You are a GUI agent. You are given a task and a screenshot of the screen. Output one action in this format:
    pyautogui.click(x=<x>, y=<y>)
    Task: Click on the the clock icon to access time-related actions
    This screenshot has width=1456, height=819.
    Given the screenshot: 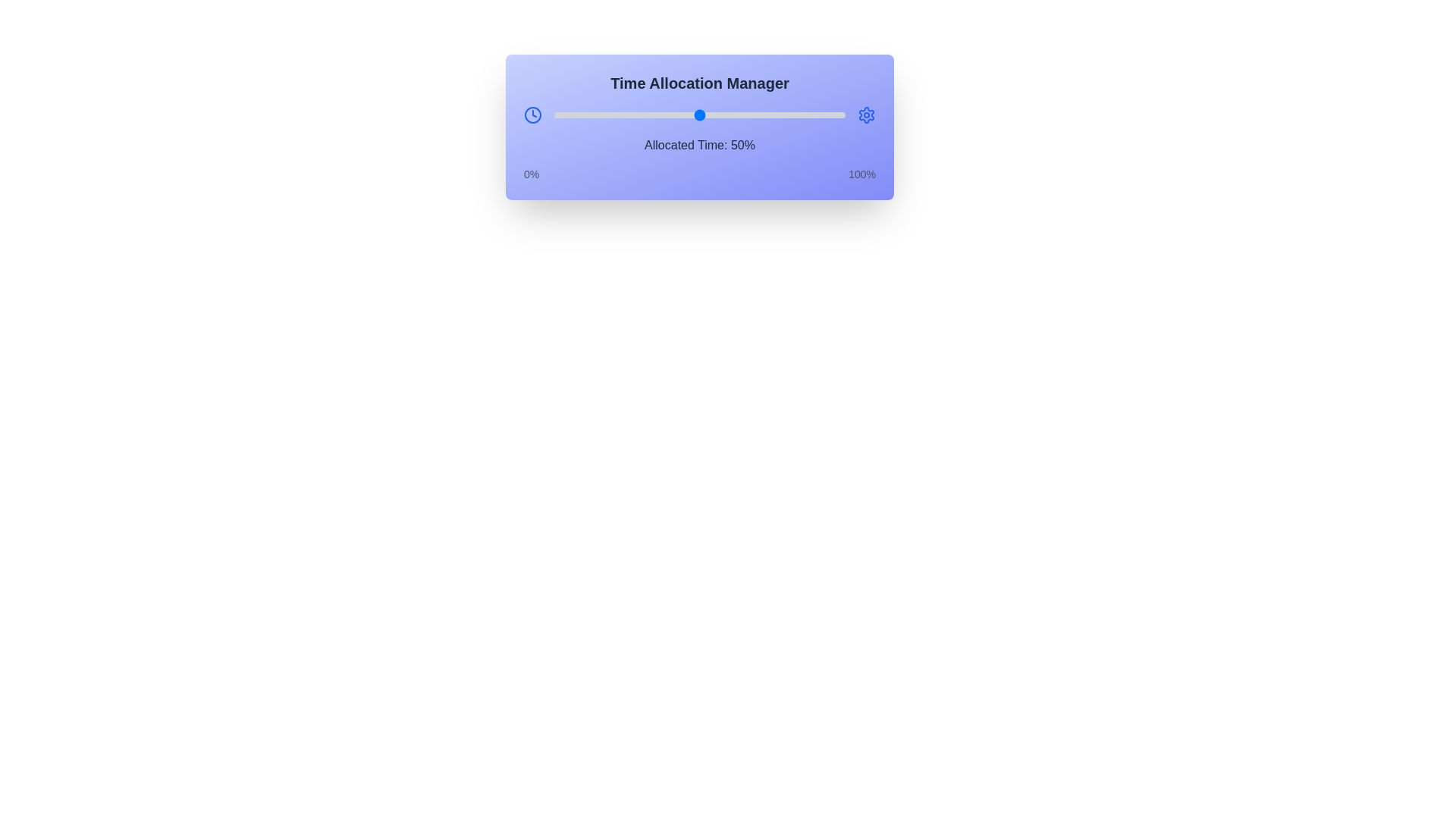 What is the action you would take?
    pyautogui.click(x=532, y=114)
    